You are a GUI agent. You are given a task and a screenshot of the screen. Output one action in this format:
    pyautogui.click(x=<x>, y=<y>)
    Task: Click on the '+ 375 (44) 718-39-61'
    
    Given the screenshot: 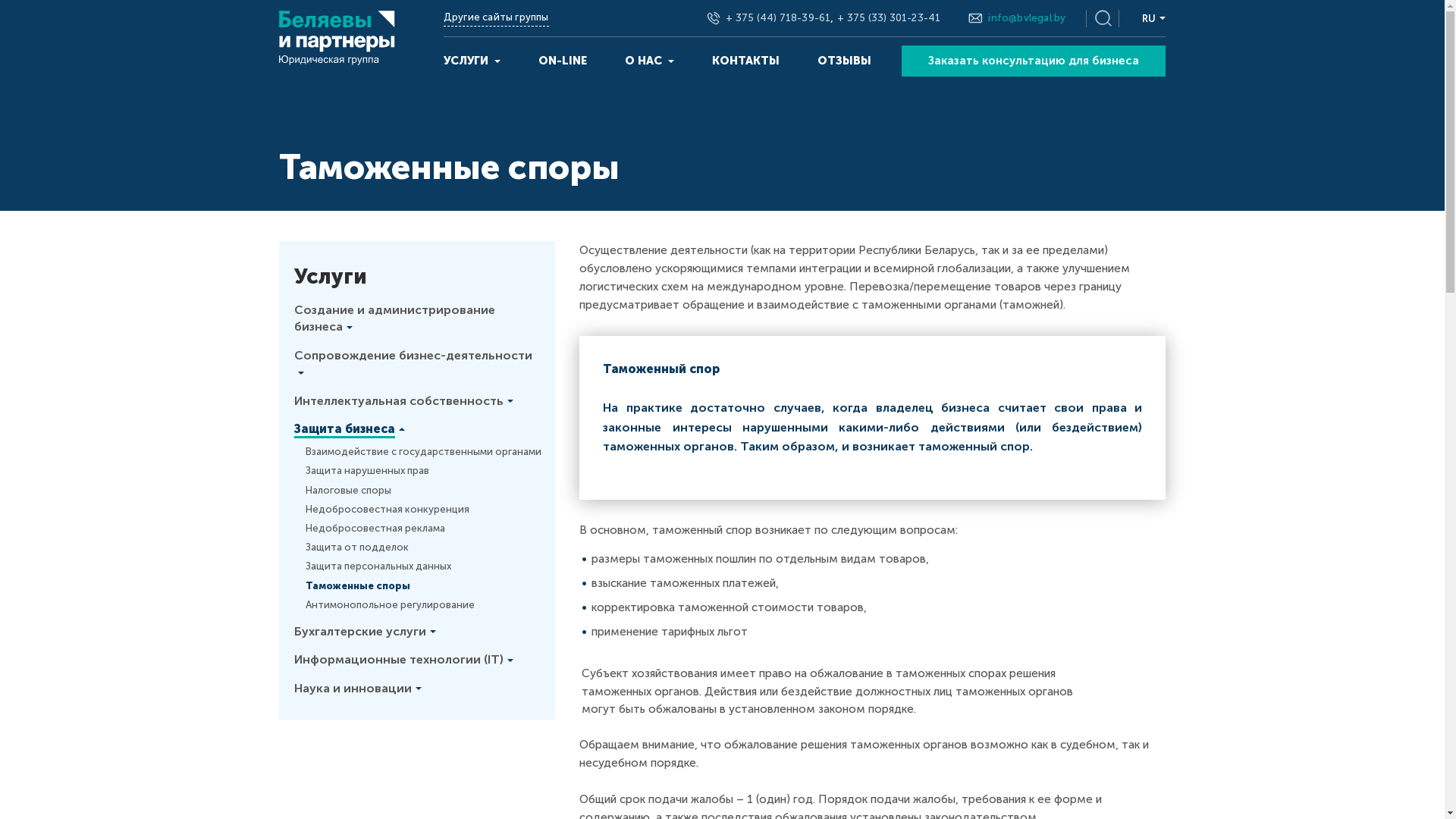 What is the action you would take?
    pyautogui.click(x=724, y=17)
    